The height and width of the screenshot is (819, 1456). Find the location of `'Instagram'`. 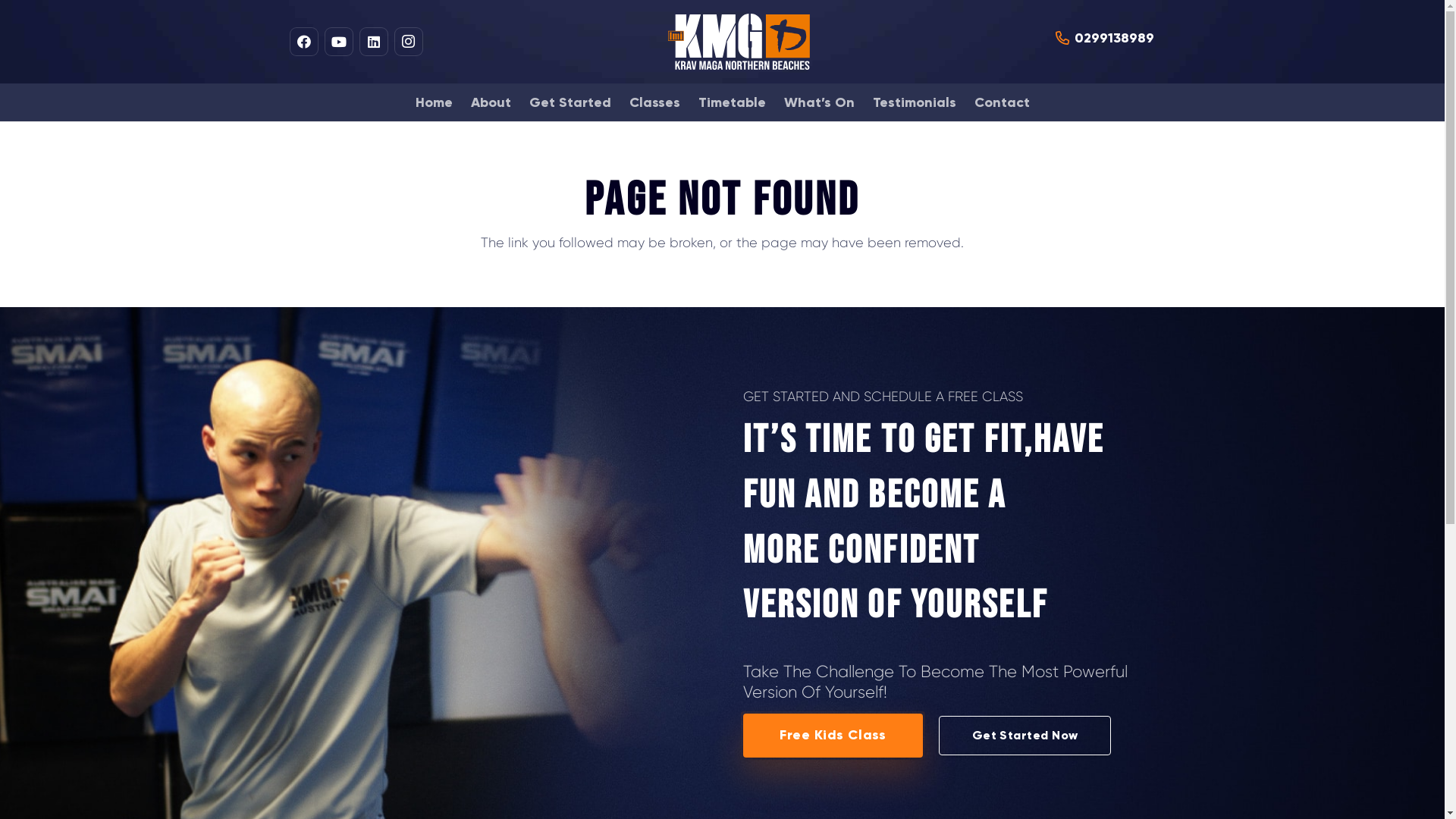

'Instagram' is located at coordinates (407, 40).